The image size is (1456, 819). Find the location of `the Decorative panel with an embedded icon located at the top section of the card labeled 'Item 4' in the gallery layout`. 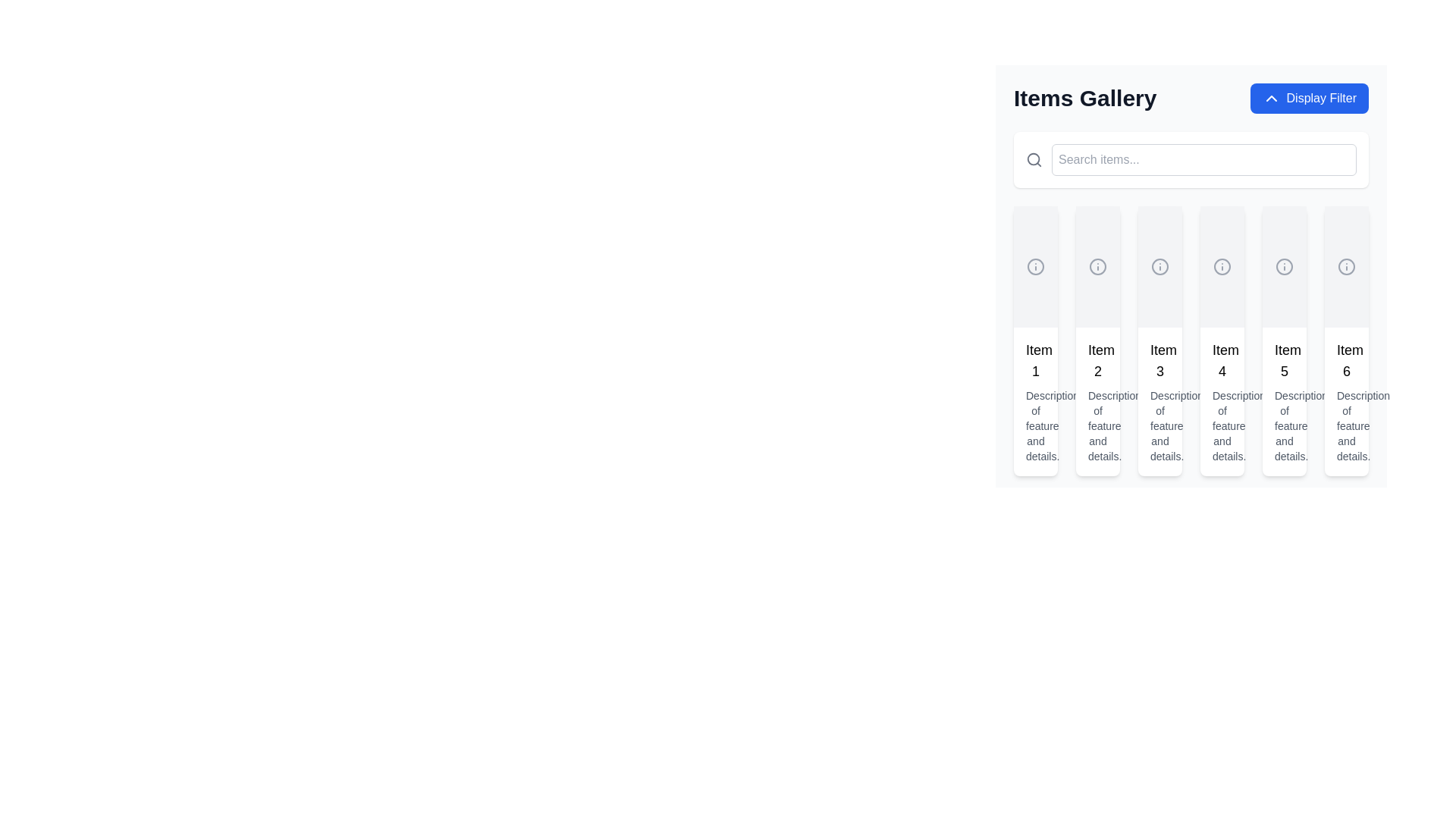

the Decorative panel with an embedded icon located at the top section of the card labeled 'Item 4' in the gallery layout is located at coordinates (1222, 265).